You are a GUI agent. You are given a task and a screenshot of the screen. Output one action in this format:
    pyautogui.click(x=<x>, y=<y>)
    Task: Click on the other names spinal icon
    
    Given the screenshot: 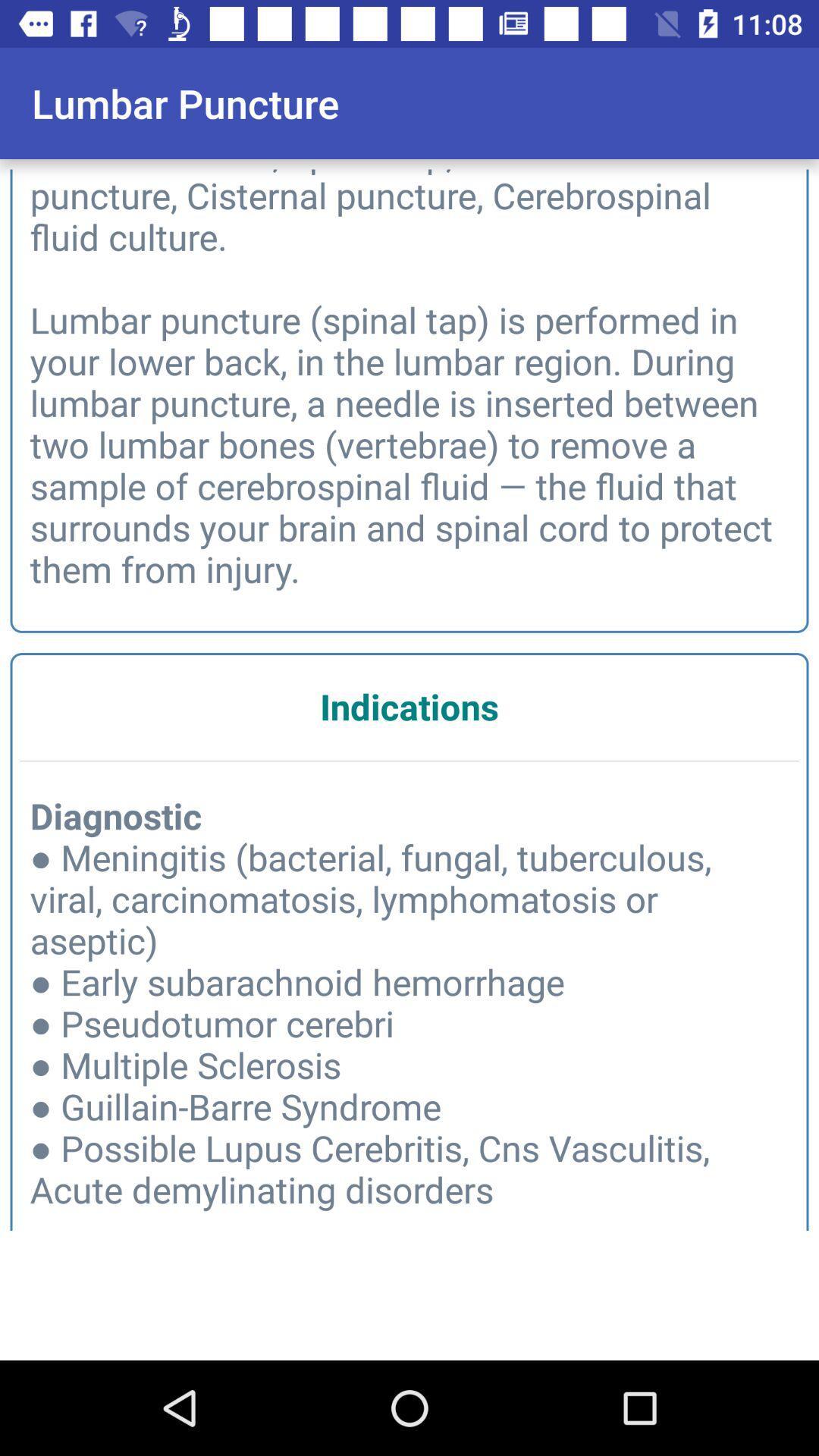 What is the action you would take?
    pyautogui.click(x=409, y=376)
    